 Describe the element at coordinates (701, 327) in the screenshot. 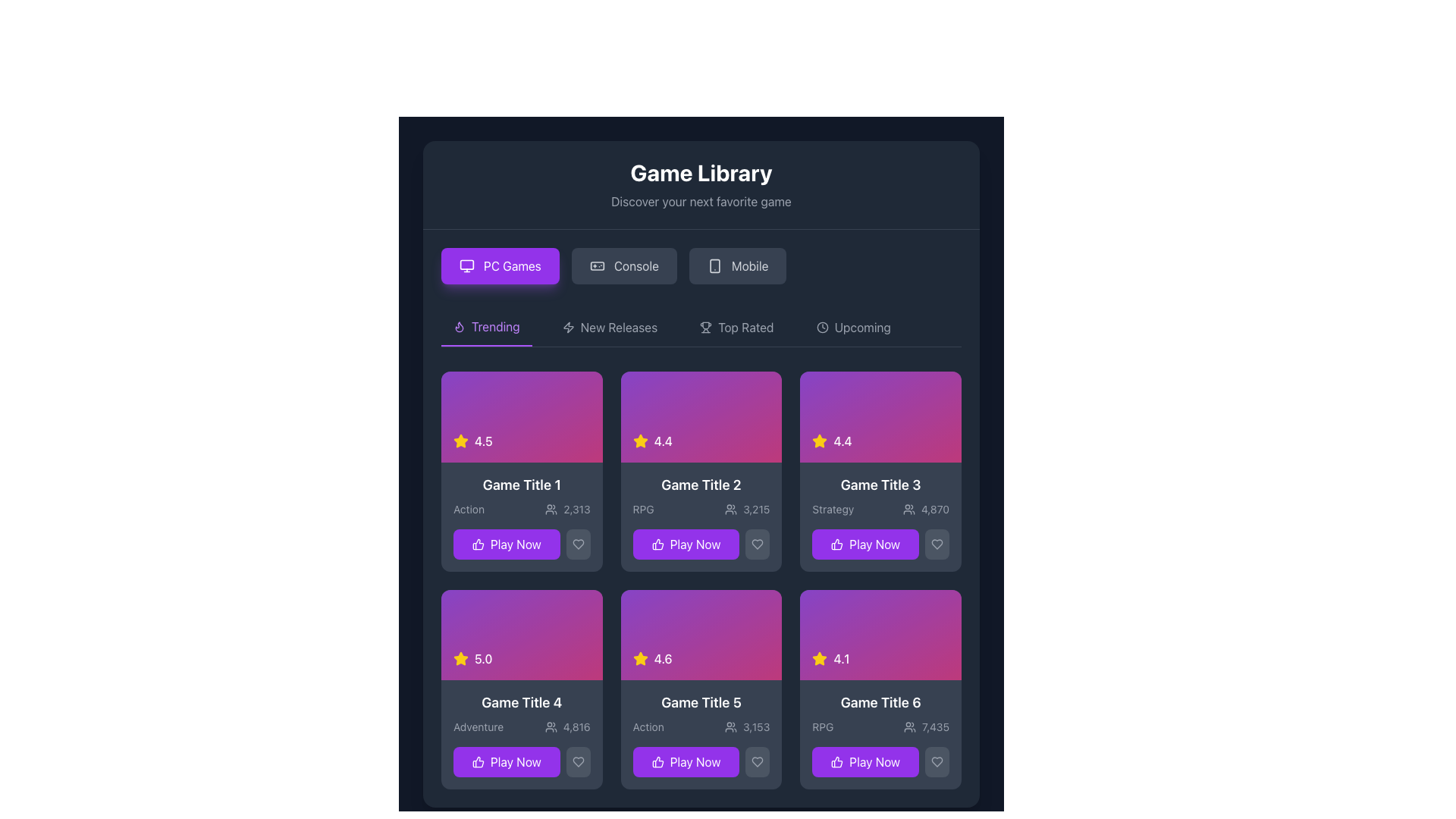

I see `the 'Top Rated' menu item located below the category selector buttons` at that location.